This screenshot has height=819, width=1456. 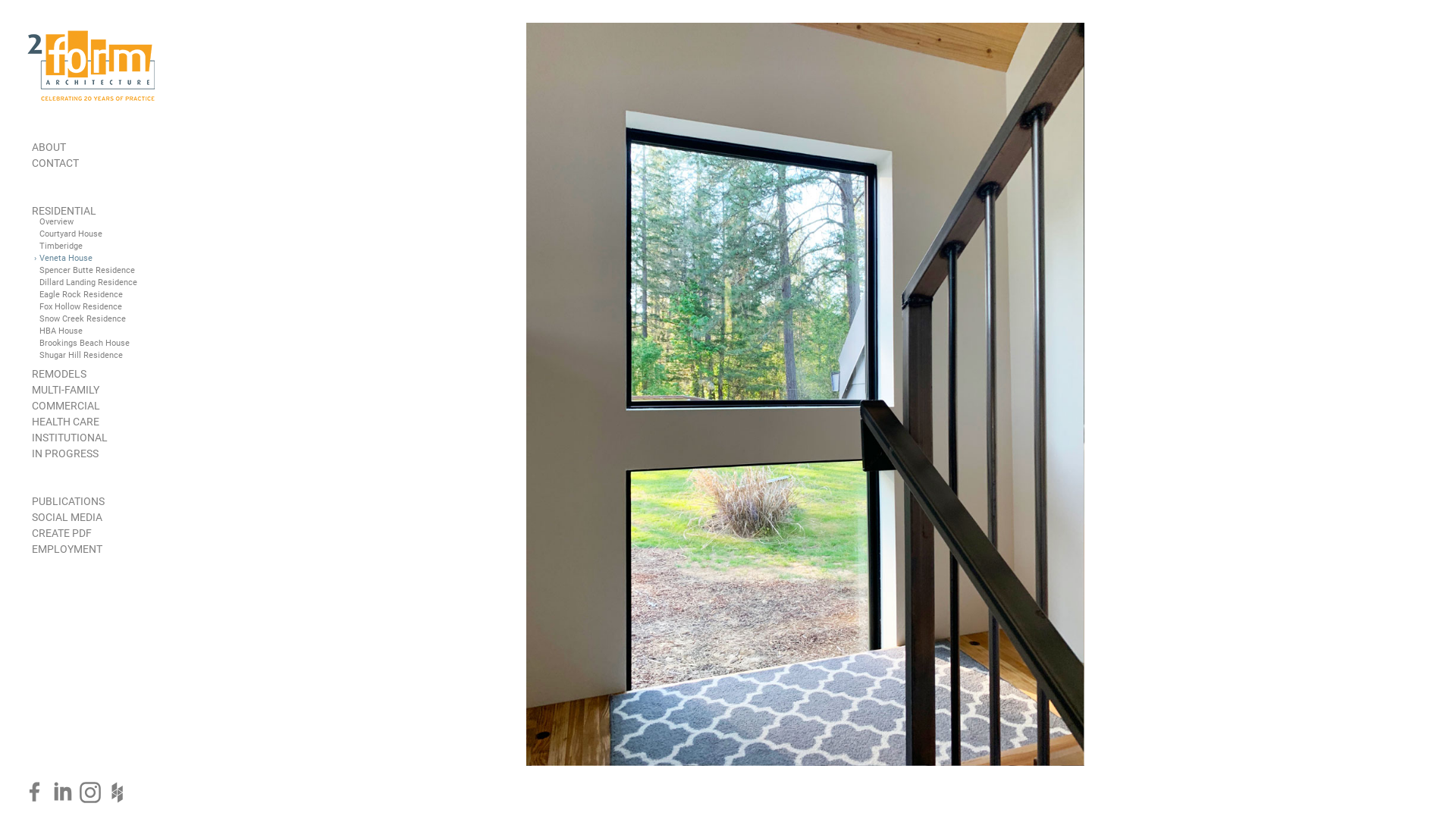 What do you see at coordinates (49, 146) in the screenshot?
I see `'ABOUT'` at bounding box center [49, 146].